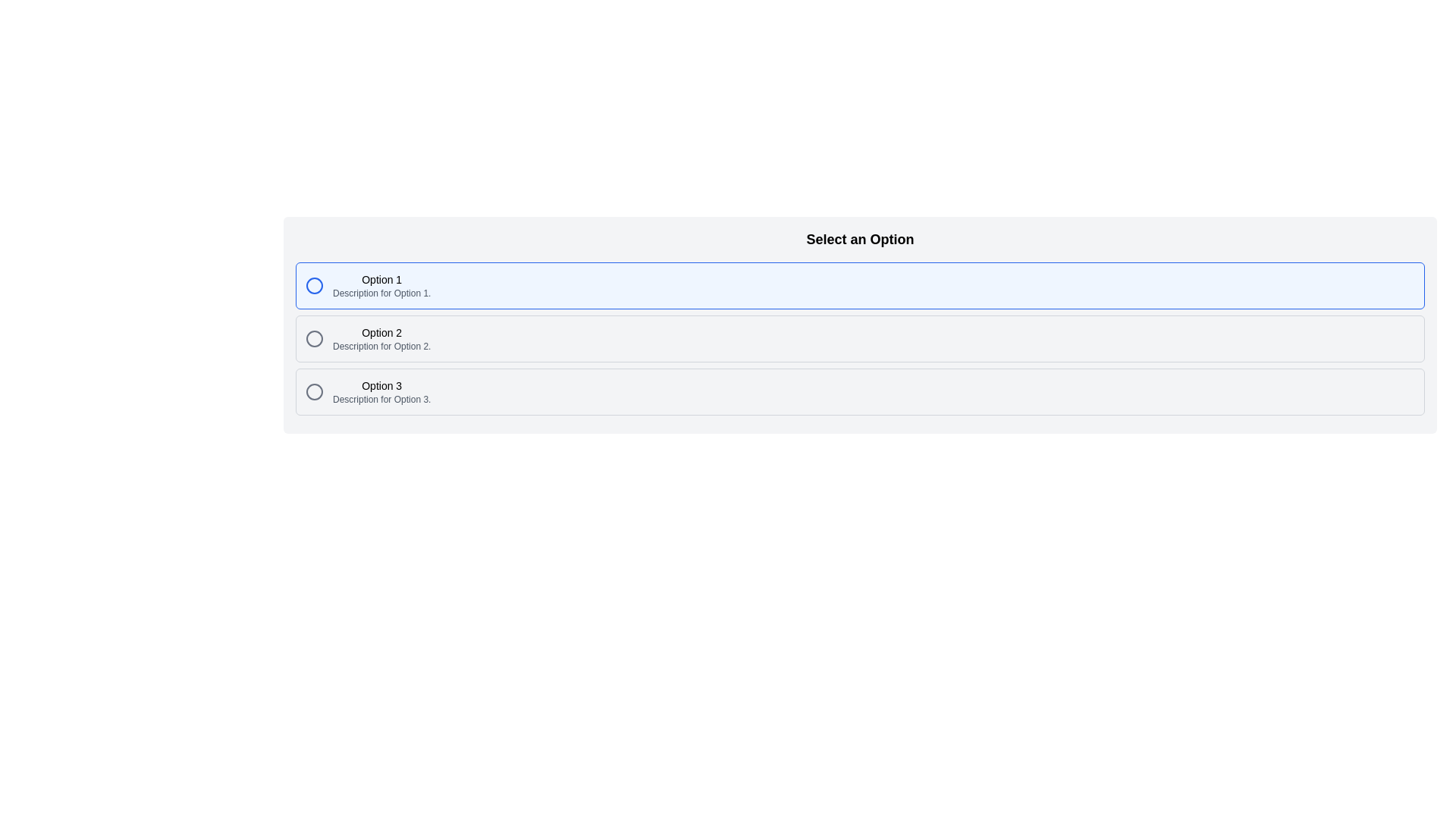 Image resolution: width=1456 pixels, height=819 pixels. What do you see at coordinates (313, 391) in the screenshot?
I see `the circular radio button indicator` at bounding box center [313, 391].